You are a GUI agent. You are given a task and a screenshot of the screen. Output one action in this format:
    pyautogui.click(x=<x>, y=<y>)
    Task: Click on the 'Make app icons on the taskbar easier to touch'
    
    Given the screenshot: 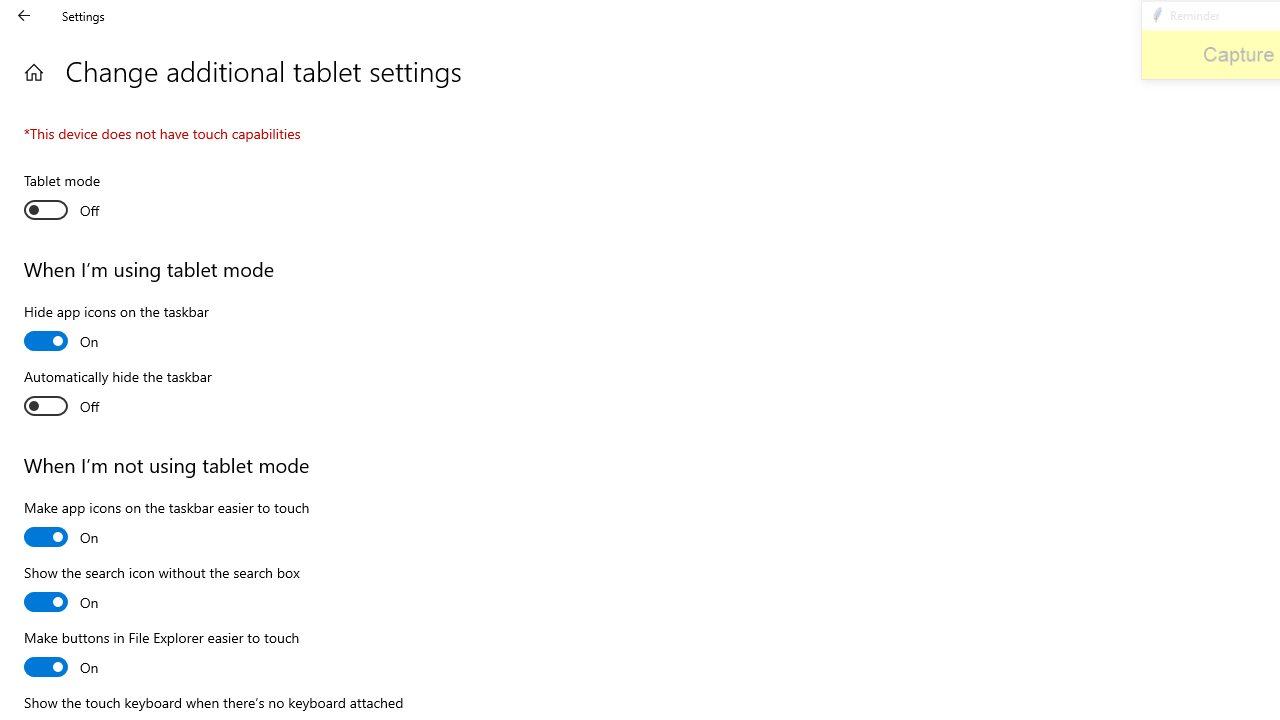 What is the action you would take?
    pyautogui.click(x=167, y=524)
    